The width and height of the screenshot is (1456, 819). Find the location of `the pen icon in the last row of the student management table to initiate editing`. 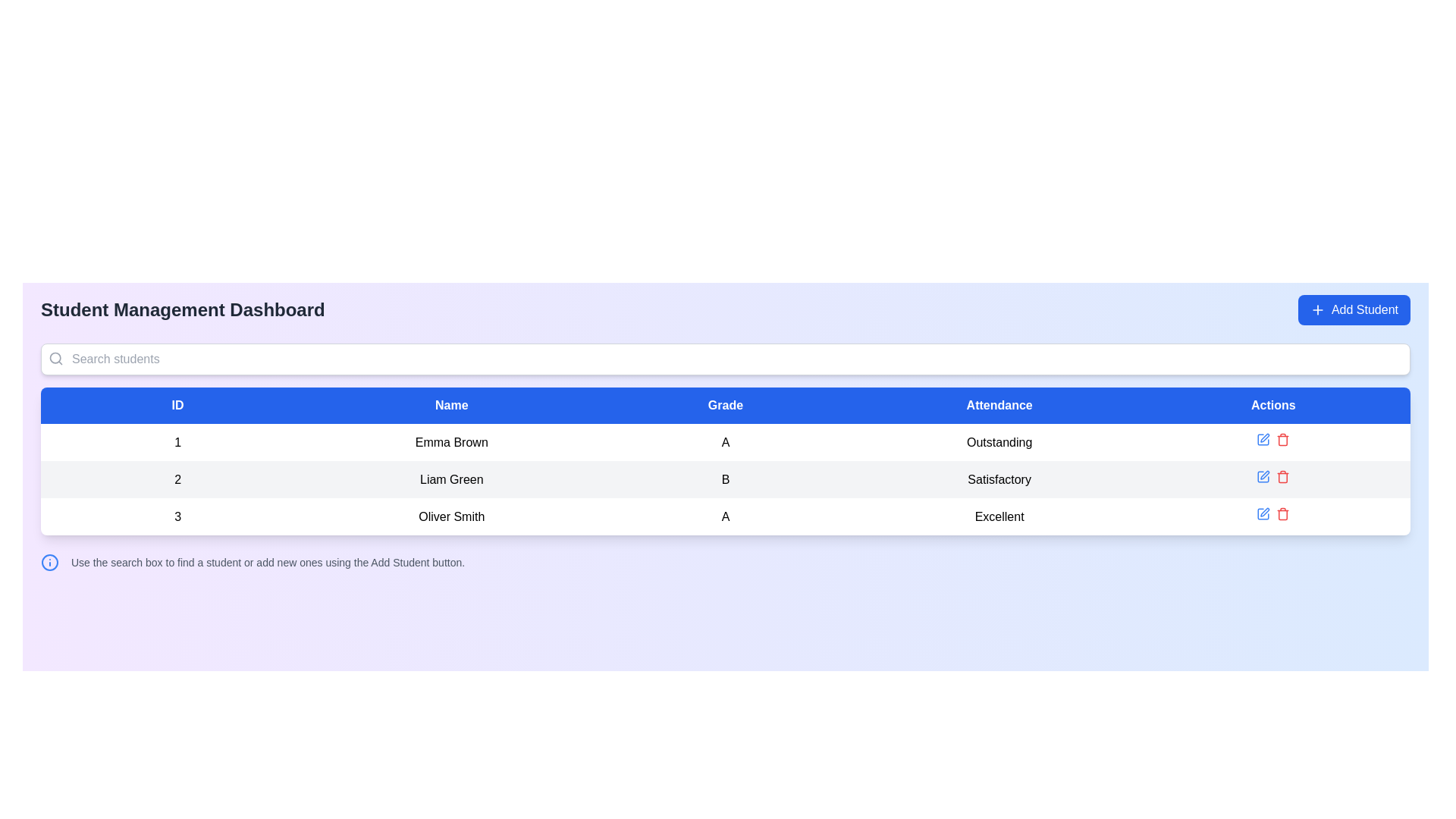

the pen icon in the last row of the student management table to initiate editing is located at coordinates (1265, 438).